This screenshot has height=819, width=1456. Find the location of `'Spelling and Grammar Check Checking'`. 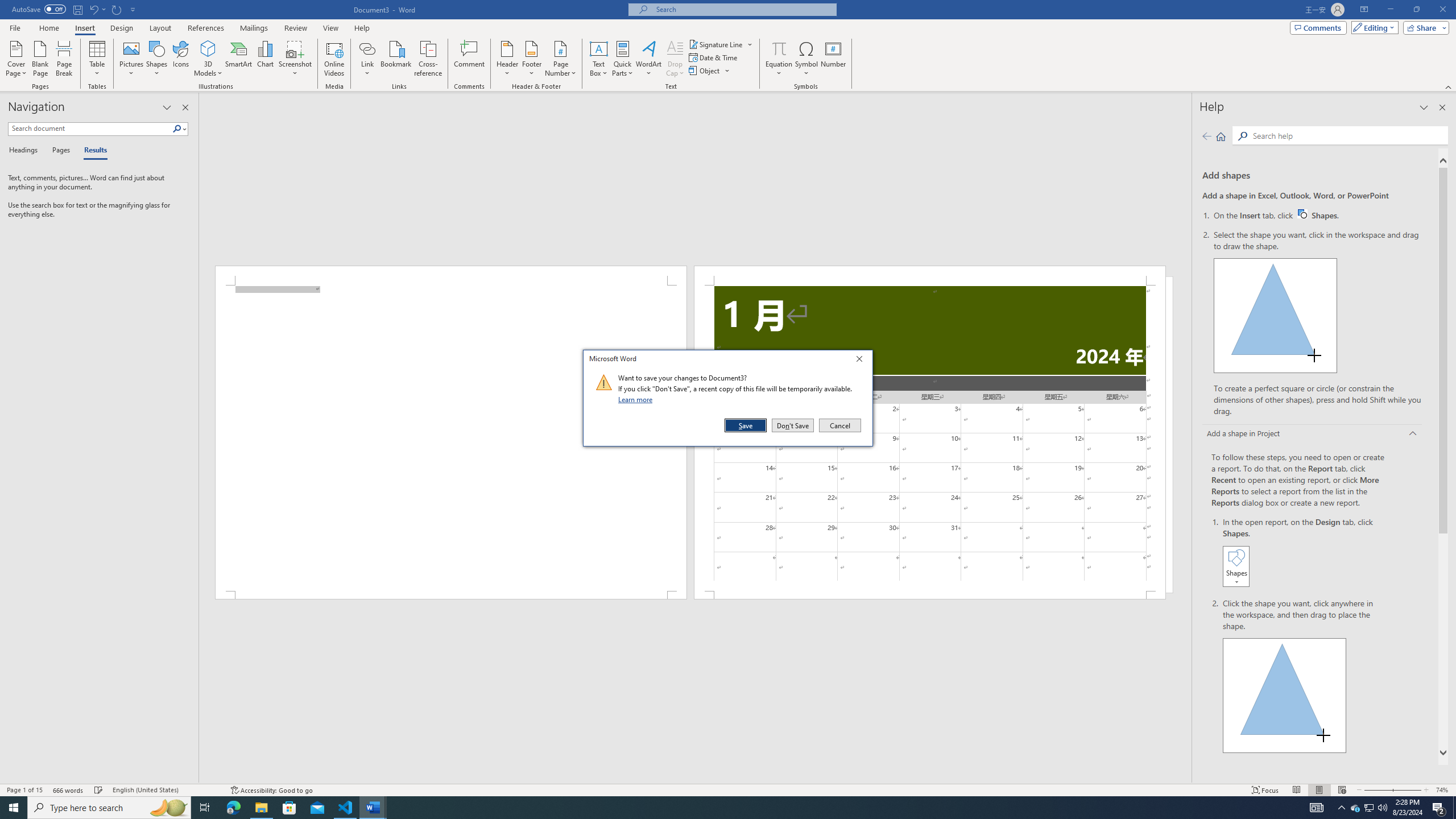

'Spelling and Grammar Check Checking' is located at coordinates (99, 790).